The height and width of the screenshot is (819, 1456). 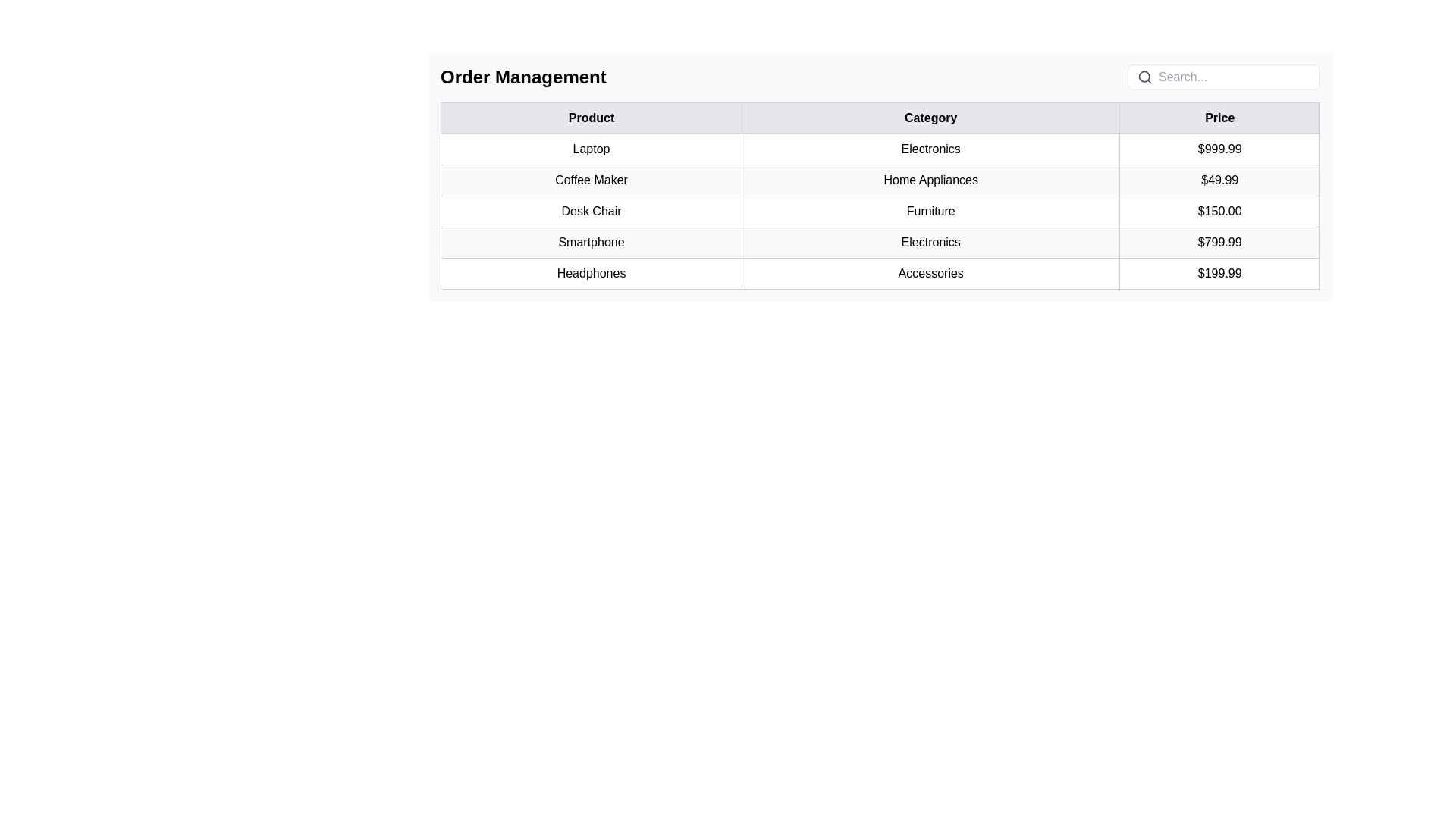 What do you see at coordinates (1219, 242) in the screenshot?
I see `the text display element showing the price '$799.99' in the 'Price' column for the 'Smartphone' product in the 'Electronics' category` at bounding box center [1219, 242].